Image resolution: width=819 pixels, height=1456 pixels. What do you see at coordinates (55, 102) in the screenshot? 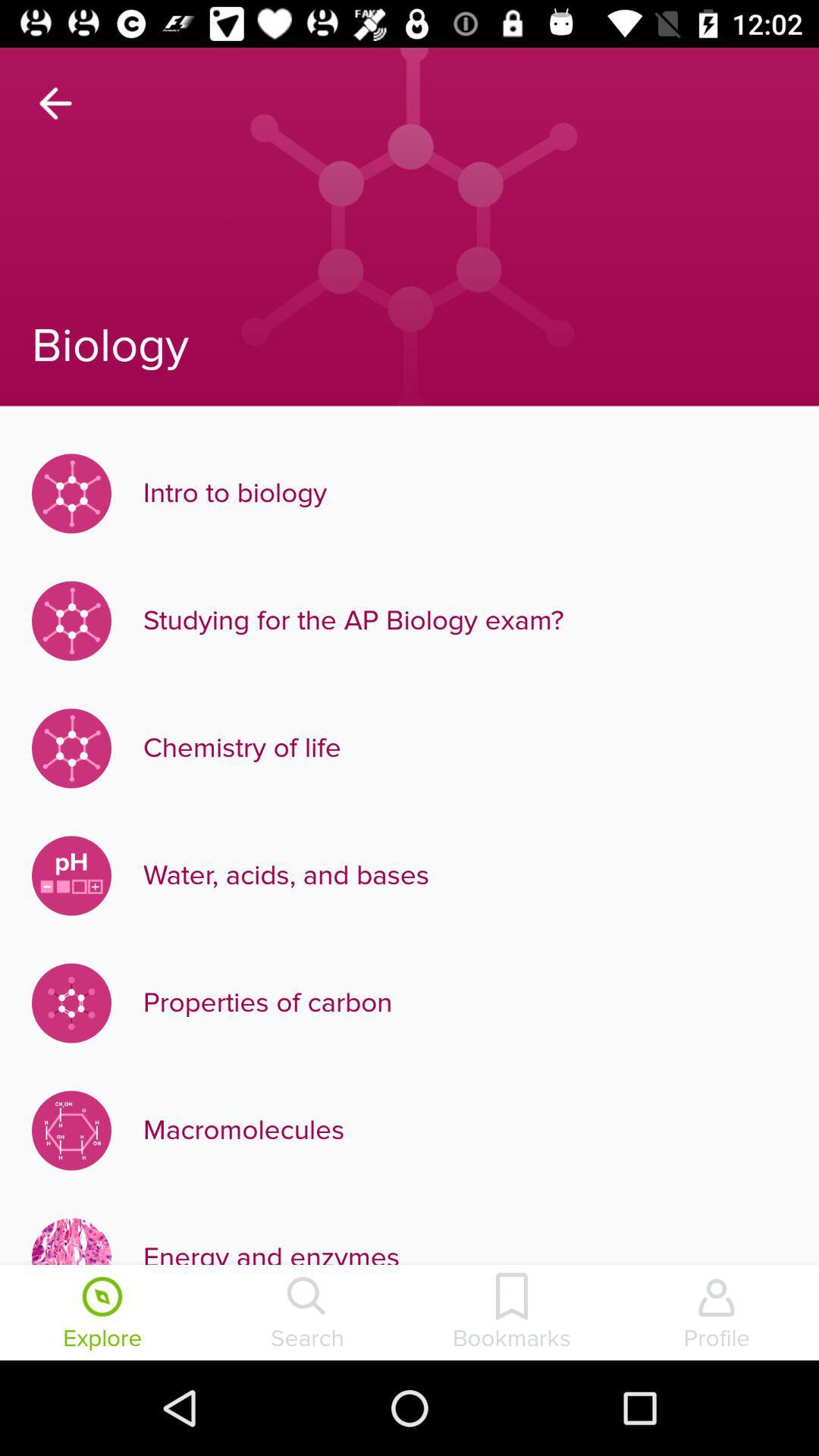
I see `item above biology icon` at bounding box center [55, 102].